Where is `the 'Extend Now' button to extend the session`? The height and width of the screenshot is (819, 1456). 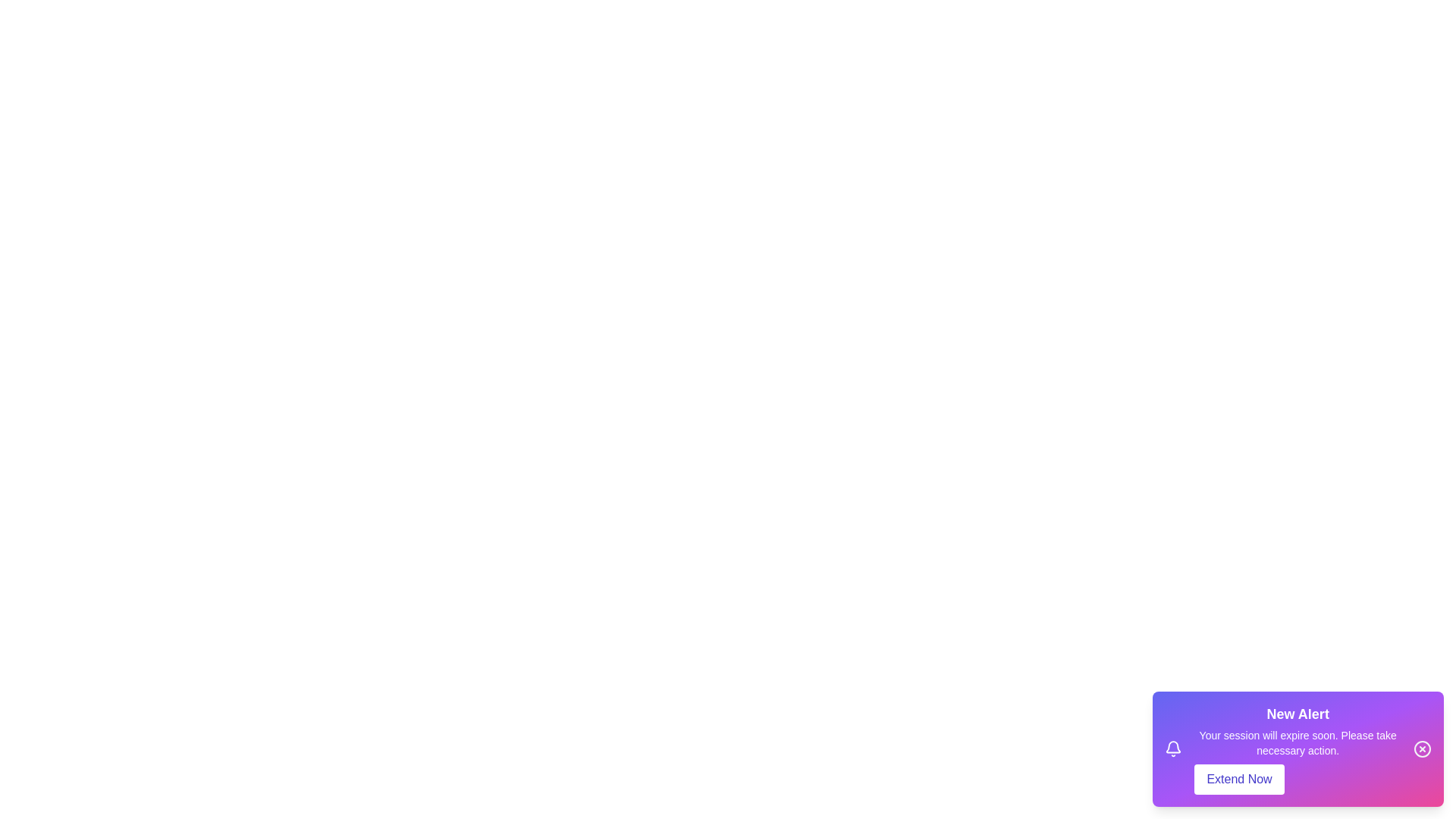 the 'Extend Now' button to extend the session is located at coordinates (1239, 780).